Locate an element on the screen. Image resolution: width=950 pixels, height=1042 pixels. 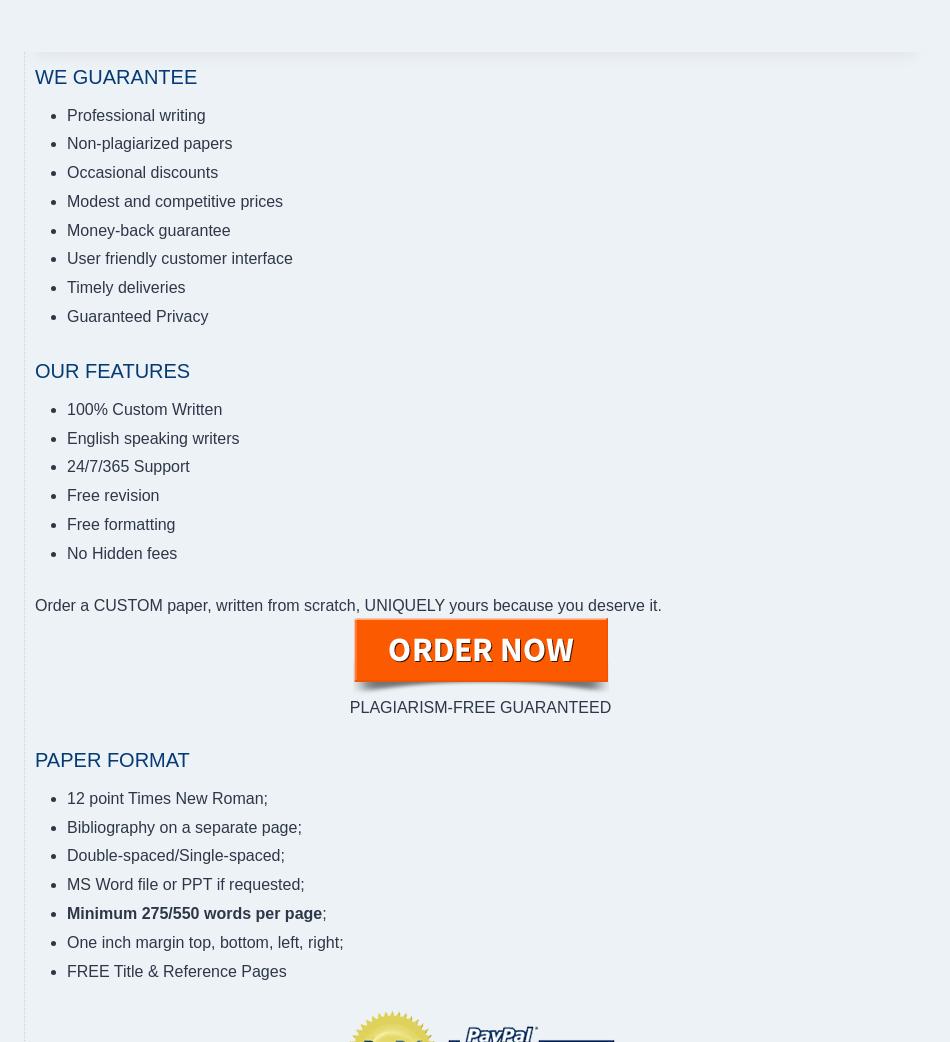
'FREE Title & Reference Pages' is located at coordinates (176, 970).